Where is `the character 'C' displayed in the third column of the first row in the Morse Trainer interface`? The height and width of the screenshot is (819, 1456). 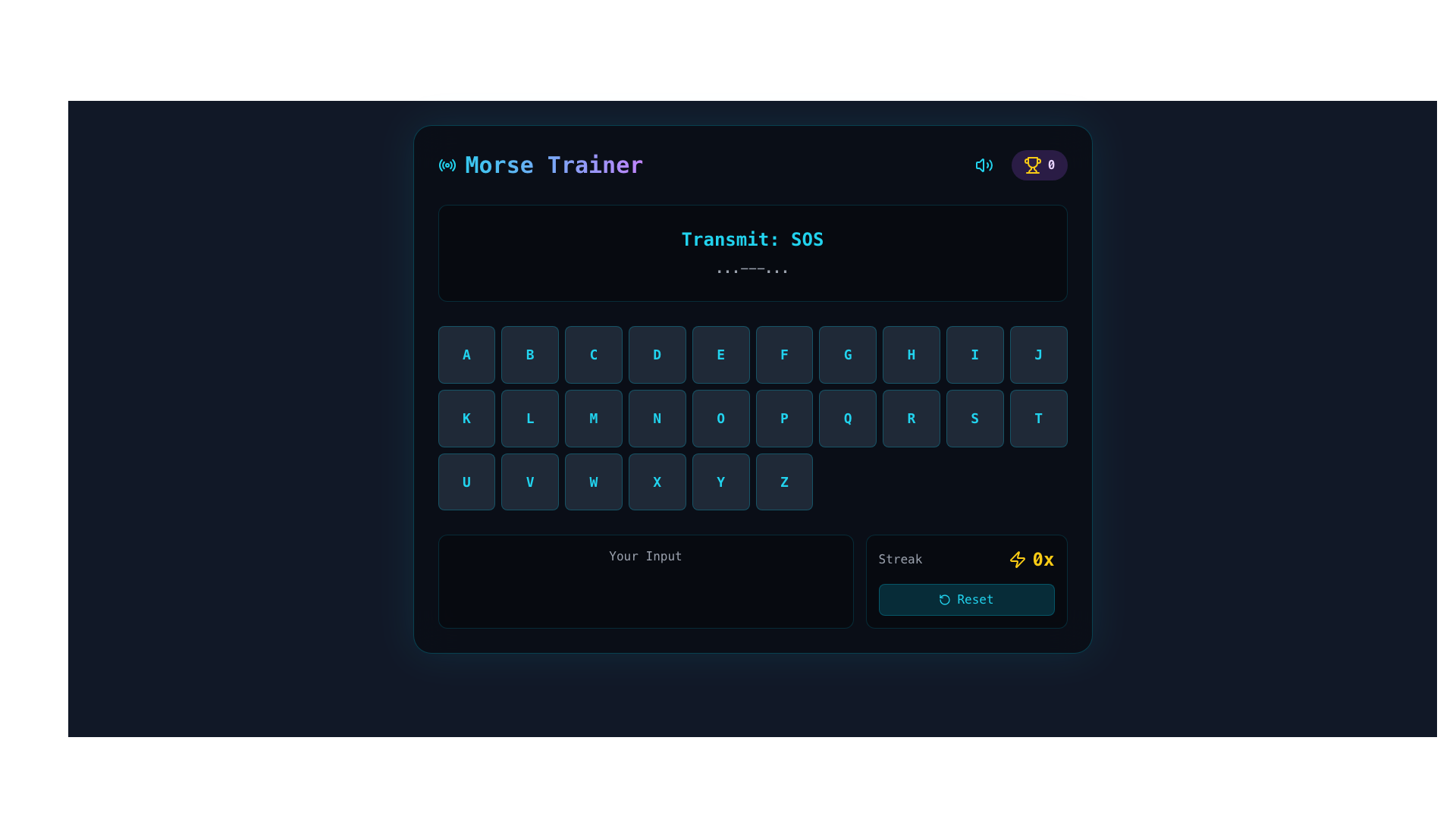
the character 'C' displayed in the third column of the first row in the Morse Trainer interface is located at coordinates (592, 354).